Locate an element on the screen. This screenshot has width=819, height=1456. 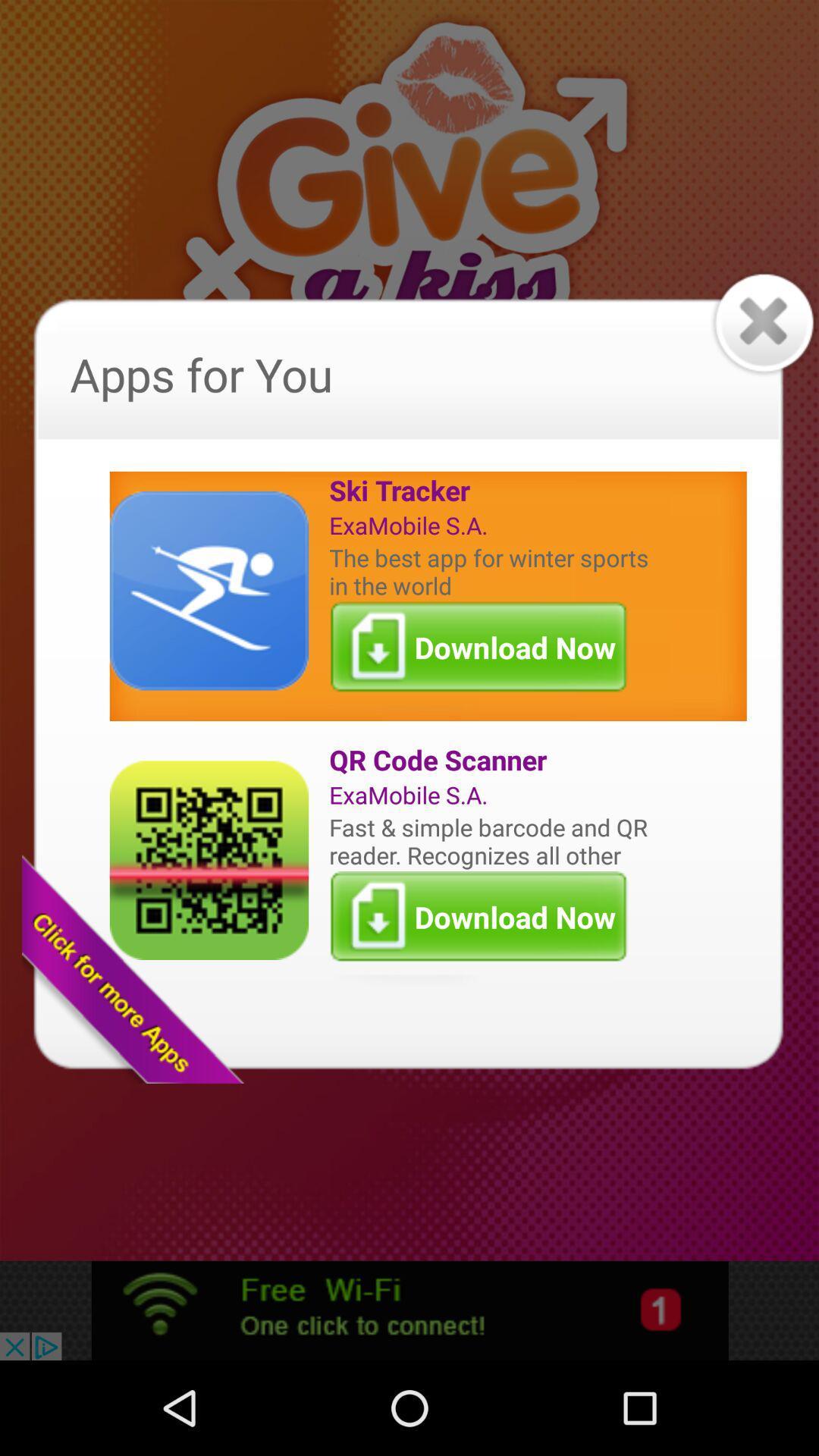
the app below examobile s.a. is located at coordinates (492, 570).